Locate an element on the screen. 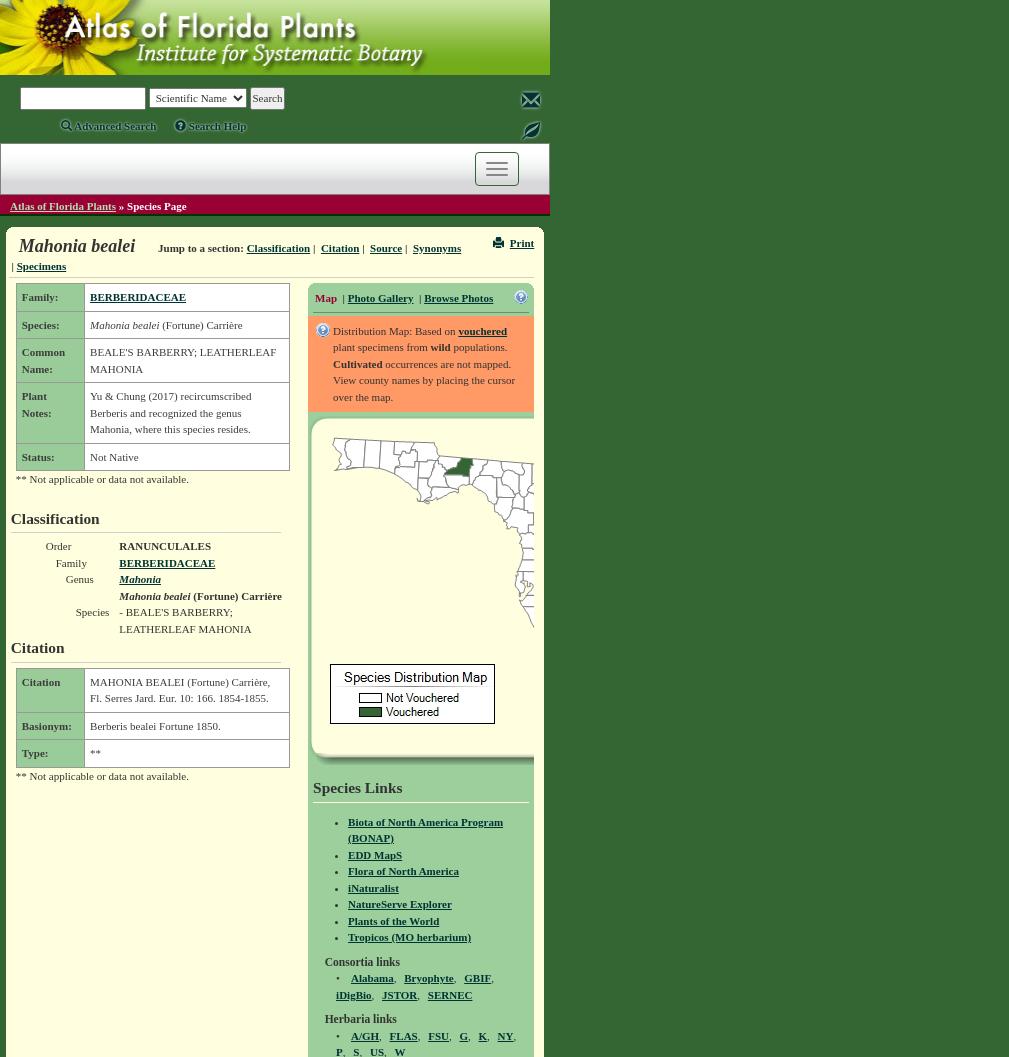 The height and width of the screenshot is (1057, 1009). 'plant specimens from' is located at coordinates (380, 347).